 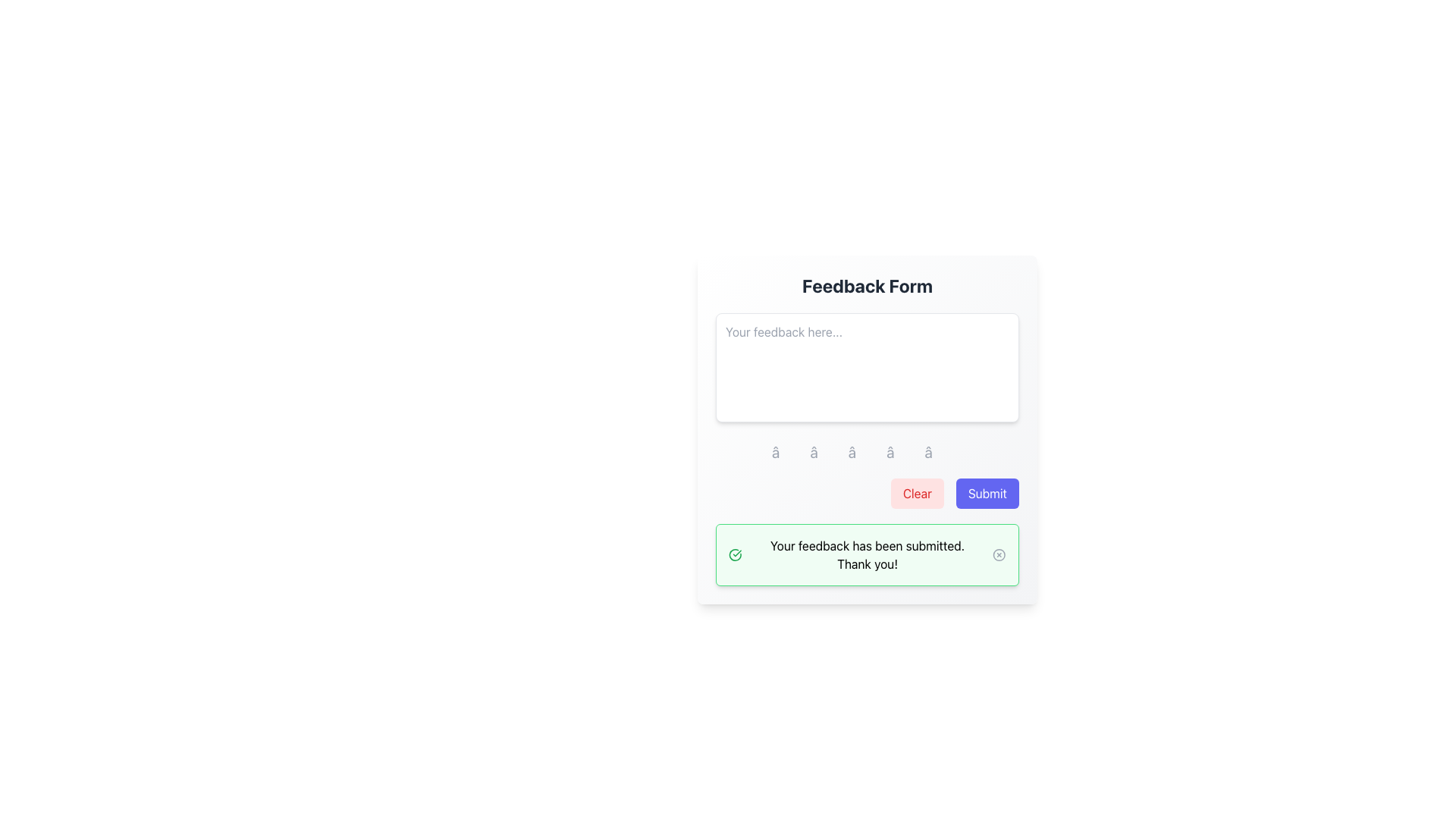 I want to click on header text element that displays 'Feedback Form', which is a bold, large-sized text located at the top of the feedback form layout, so click(x=867, y=286).